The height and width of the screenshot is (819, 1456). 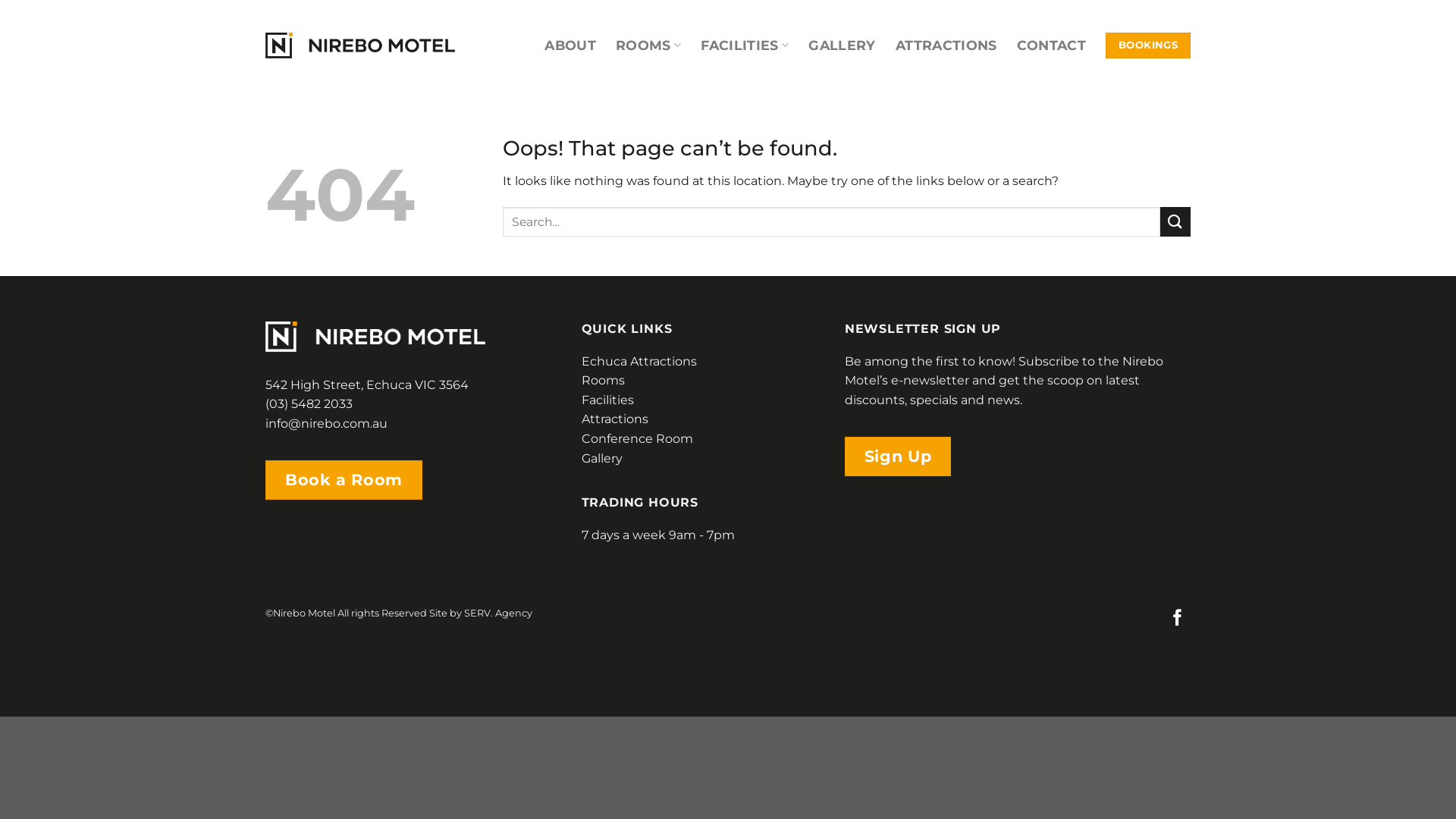 What do you see at coordinates (570, 45) in the screenshot?
I see `'ABOUT'` at bounding box center [570, 45].